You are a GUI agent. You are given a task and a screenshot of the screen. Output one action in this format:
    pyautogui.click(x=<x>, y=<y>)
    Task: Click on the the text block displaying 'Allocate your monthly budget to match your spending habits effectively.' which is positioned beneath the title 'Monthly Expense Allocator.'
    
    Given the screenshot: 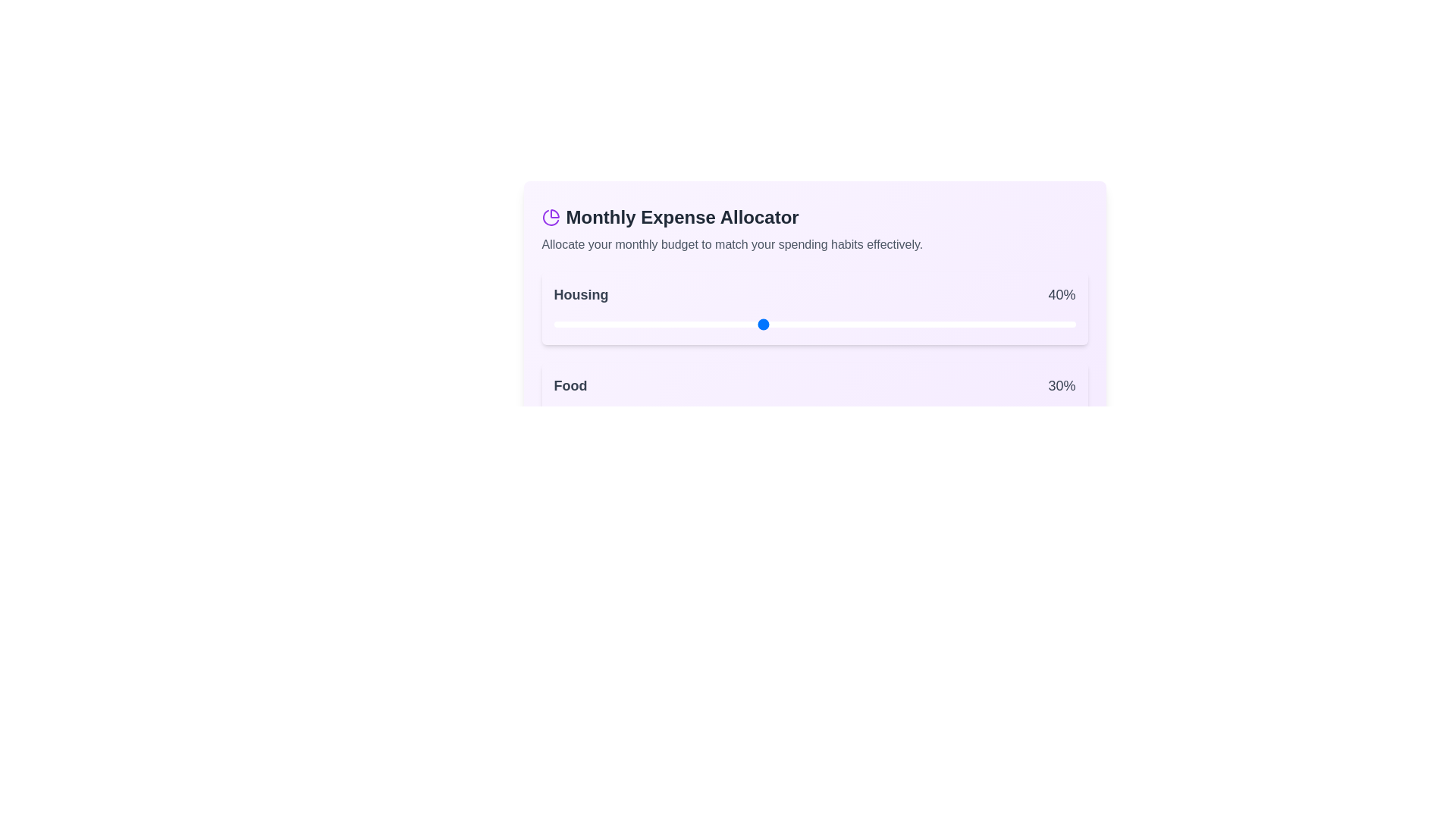 What is the action you would take?
    pyautogui.click(x=814, y=244)
    